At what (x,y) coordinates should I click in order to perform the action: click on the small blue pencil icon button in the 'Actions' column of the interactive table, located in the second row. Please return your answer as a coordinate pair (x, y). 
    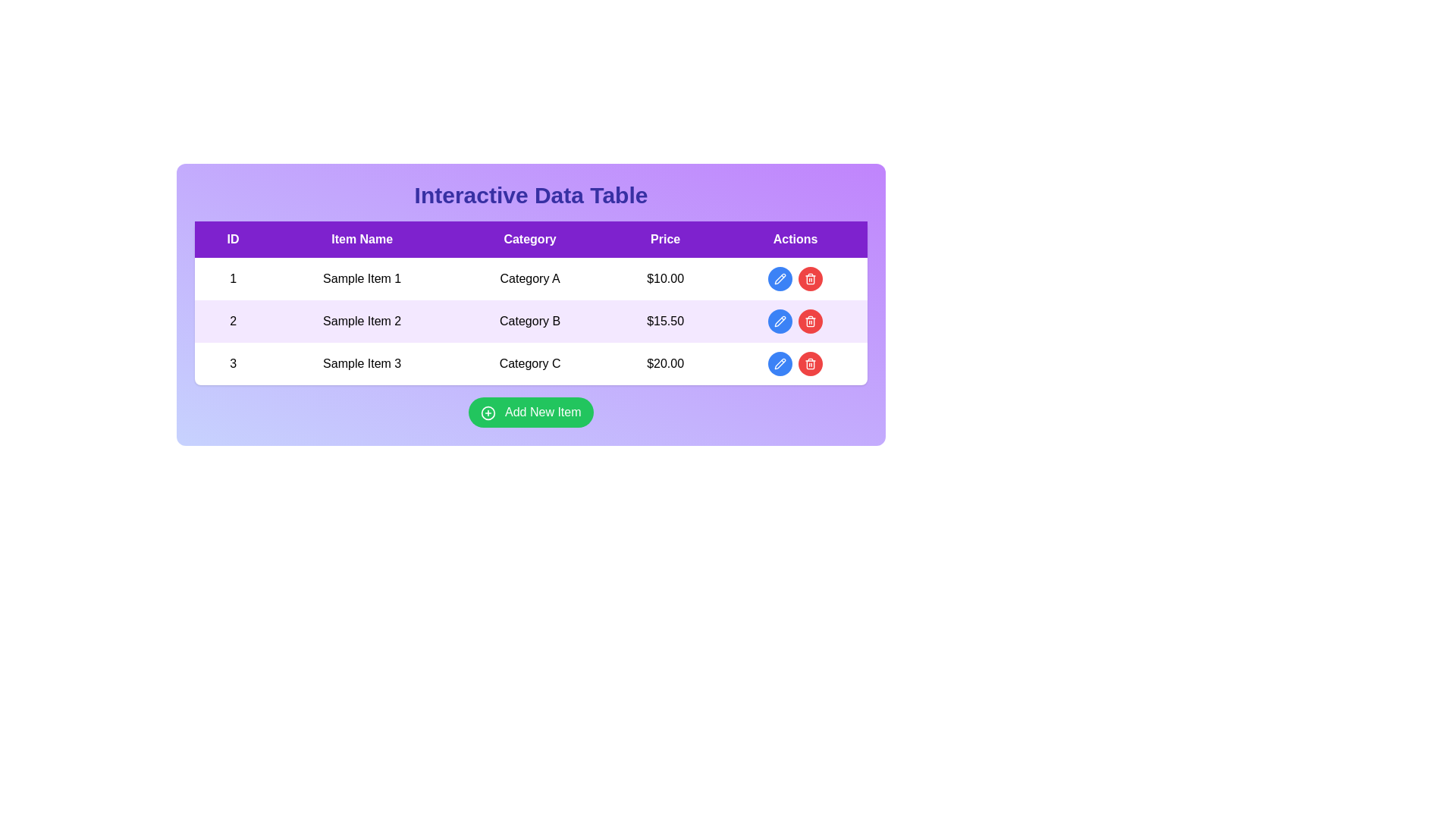
    Looking at the image, I should click on (780, 363).